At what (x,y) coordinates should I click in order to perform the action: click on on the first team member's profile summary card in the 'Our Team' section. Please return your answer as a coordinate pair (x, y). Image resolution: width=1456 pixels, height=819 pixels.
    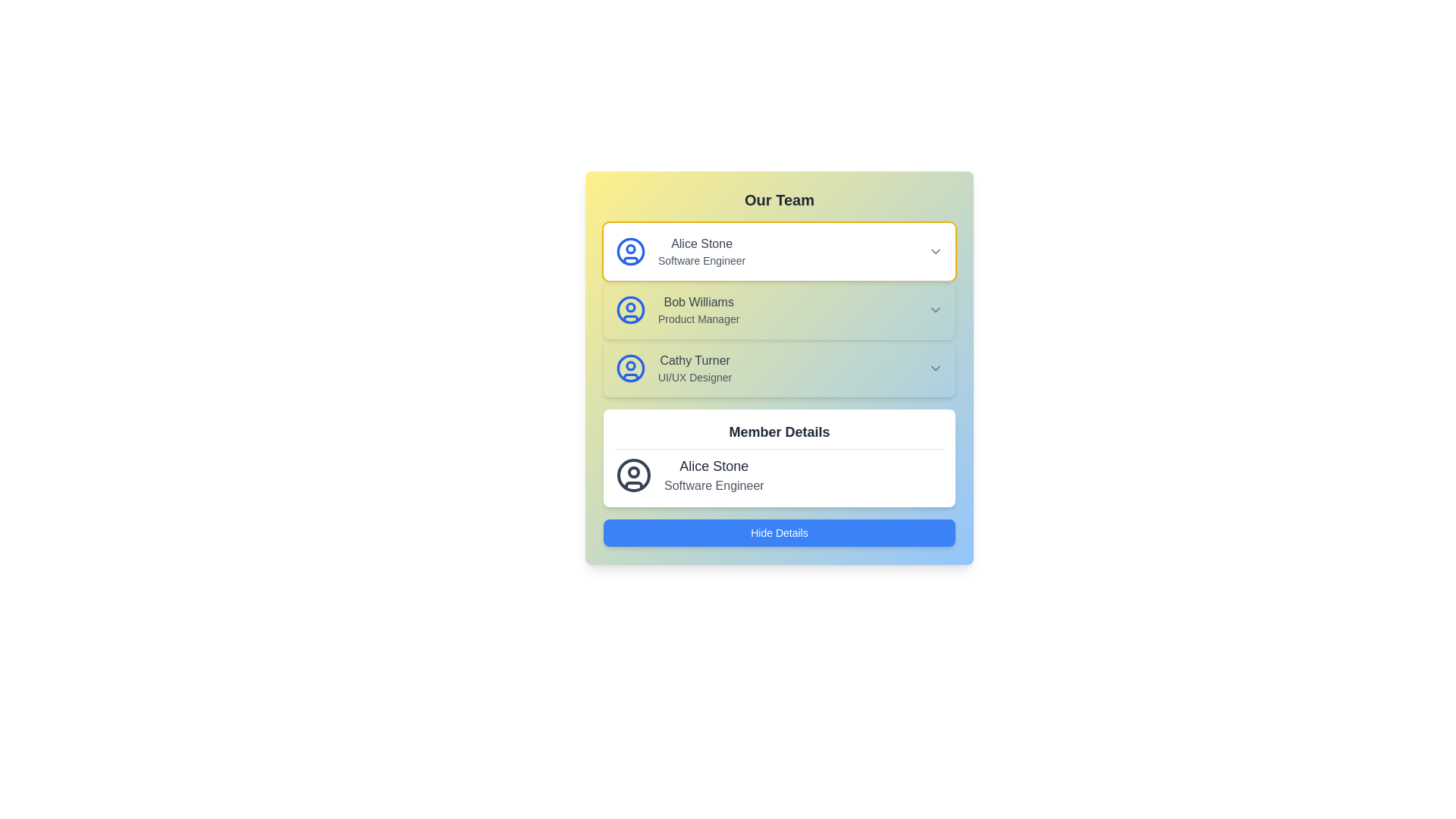
    Looking at the image, I should click on (779, 250).